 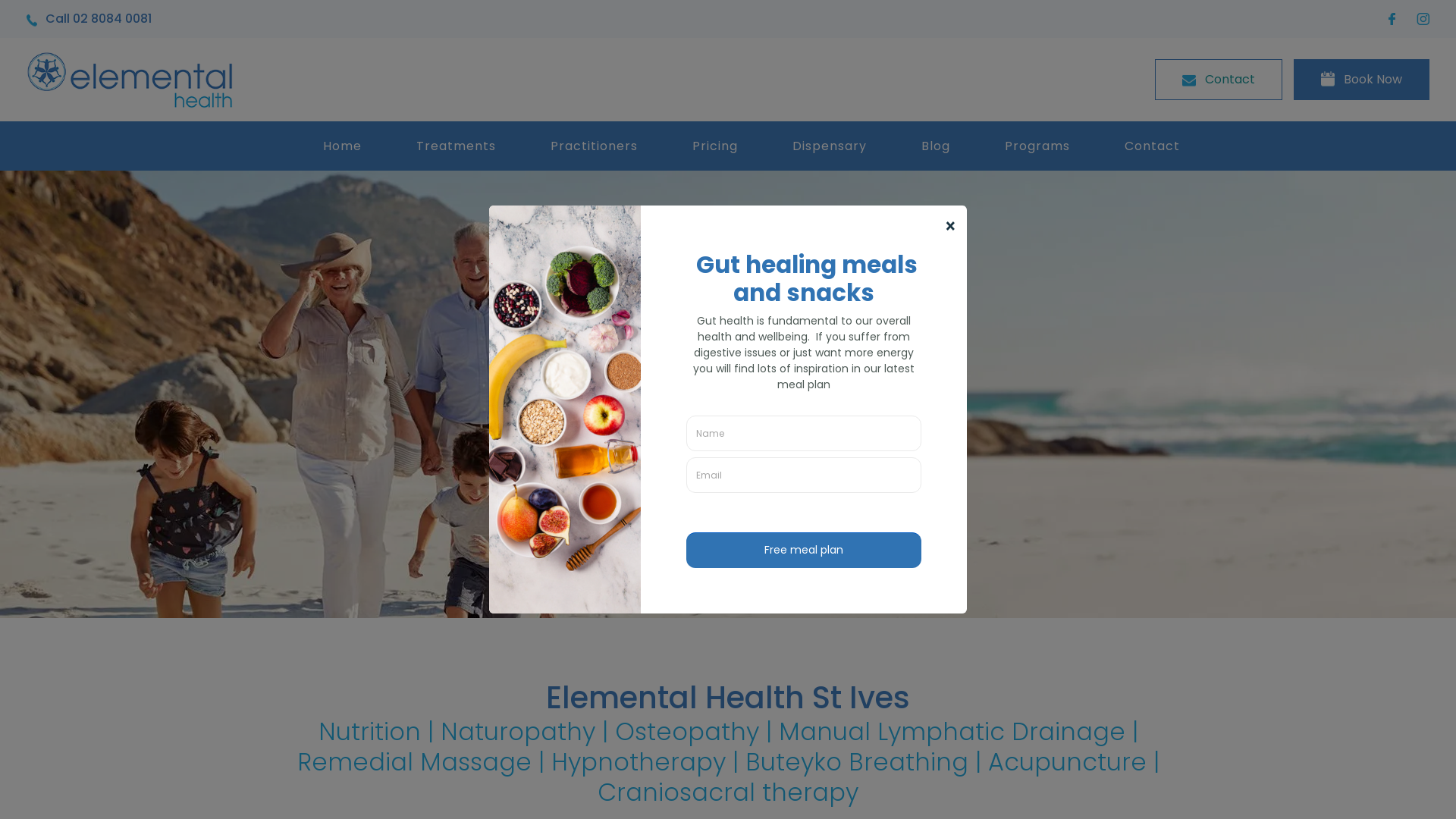 What do you see at coordinates (130, 78) in the screenshot?
I see `'Elemental Health'` at bounding box center [130, 78].